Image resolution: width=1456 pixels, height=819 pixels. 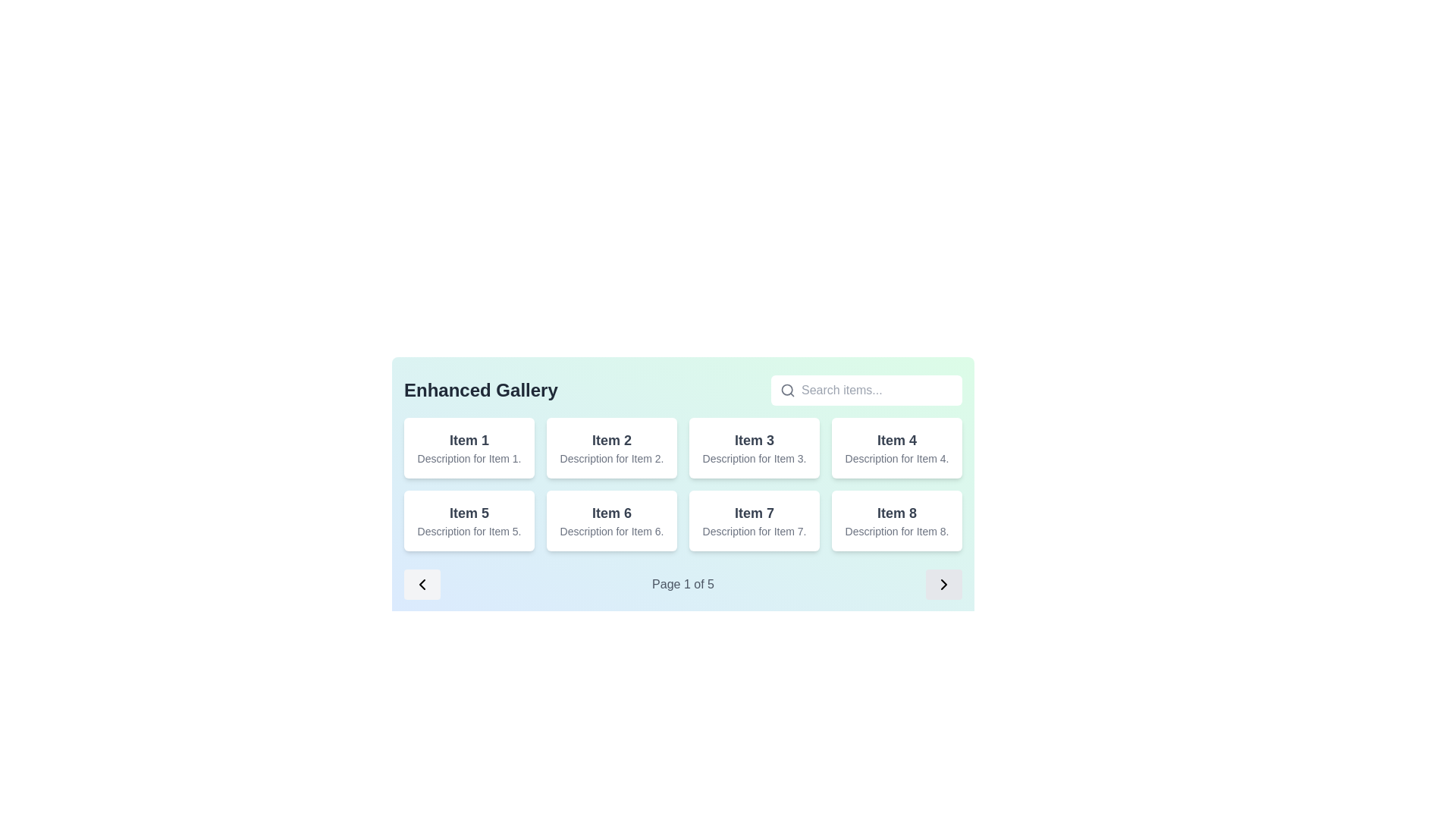 What do you see at coordinates (787, 390) in the screenshot?
I see `the search icon located in the top-right corner of the search bar` at bounding box center [787, 390].